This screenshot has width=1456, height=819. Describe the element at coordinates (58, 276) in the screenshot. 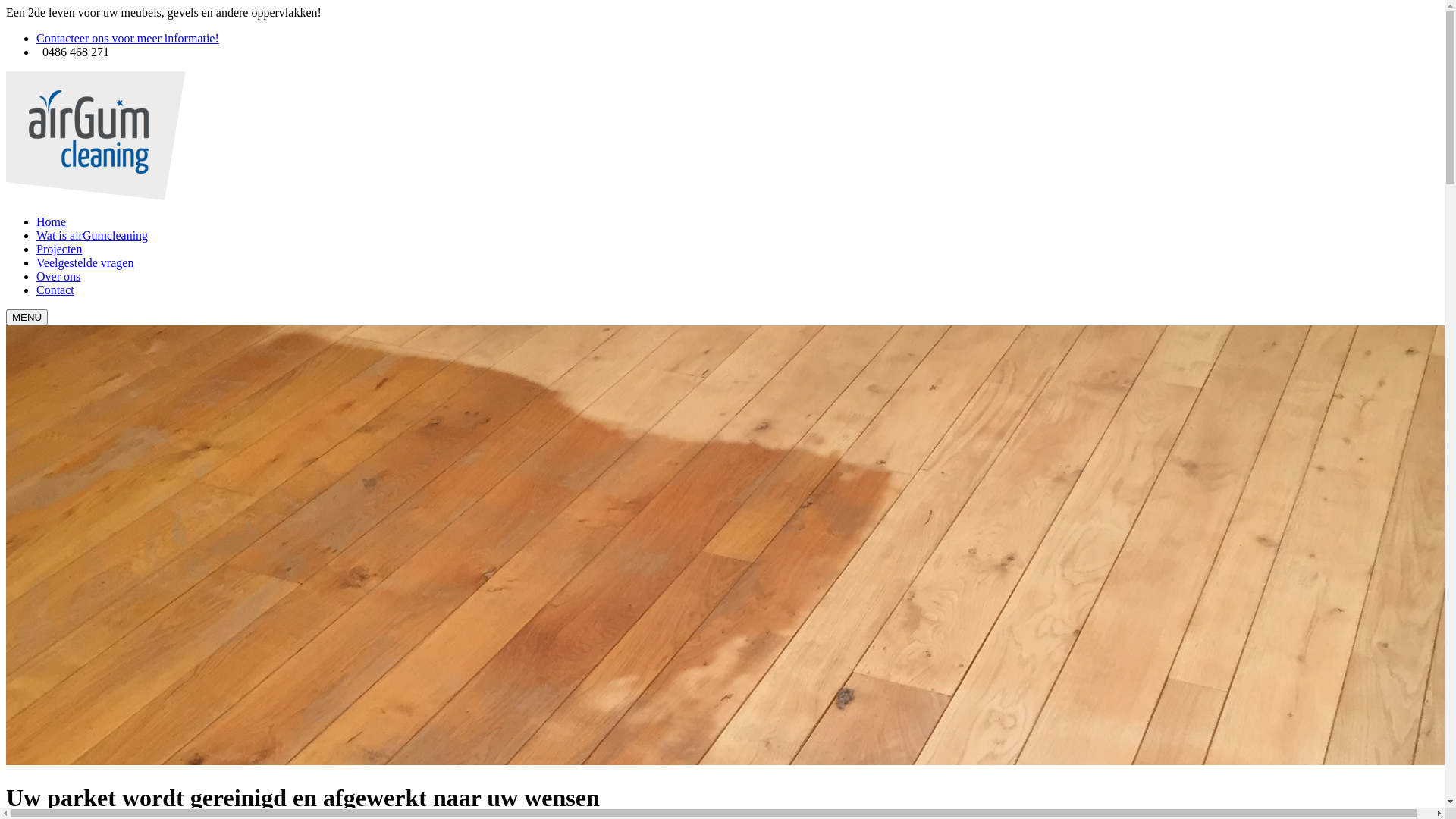

I see `'Over ons'` at that location.